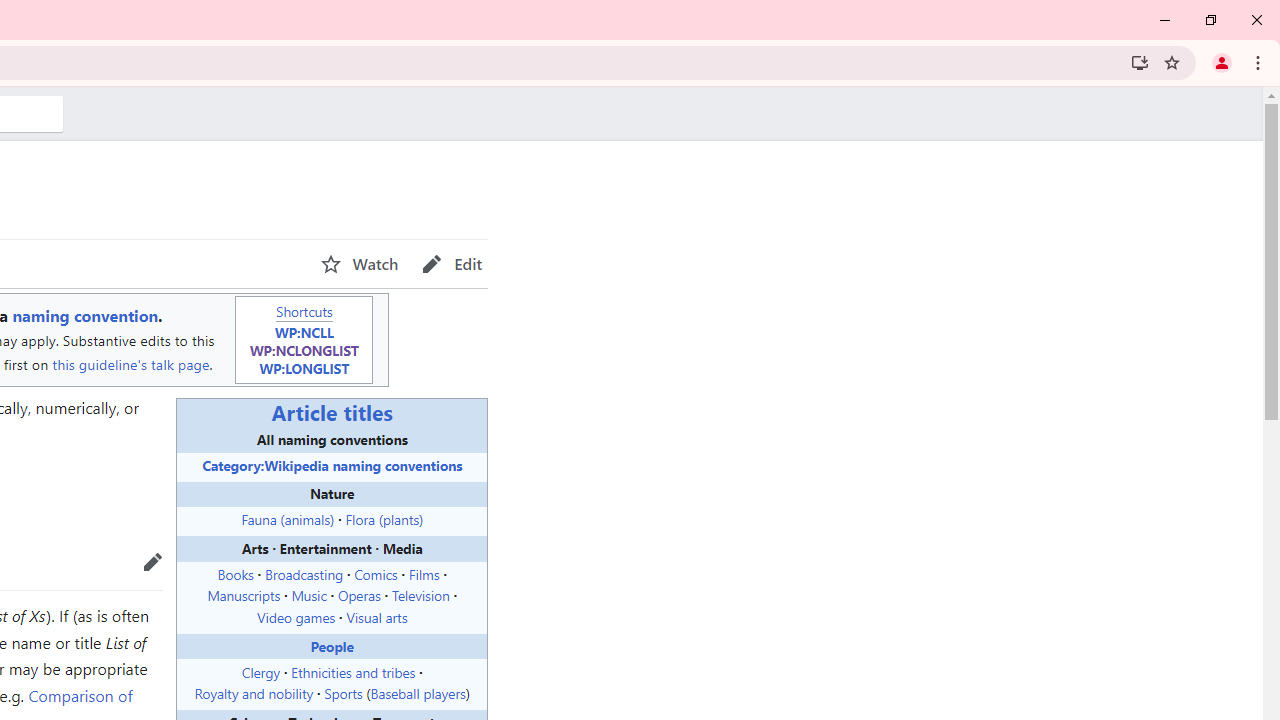 This screenshot has width=1280, height=720. I want to click on 'Baseball players', so click(416, 692).